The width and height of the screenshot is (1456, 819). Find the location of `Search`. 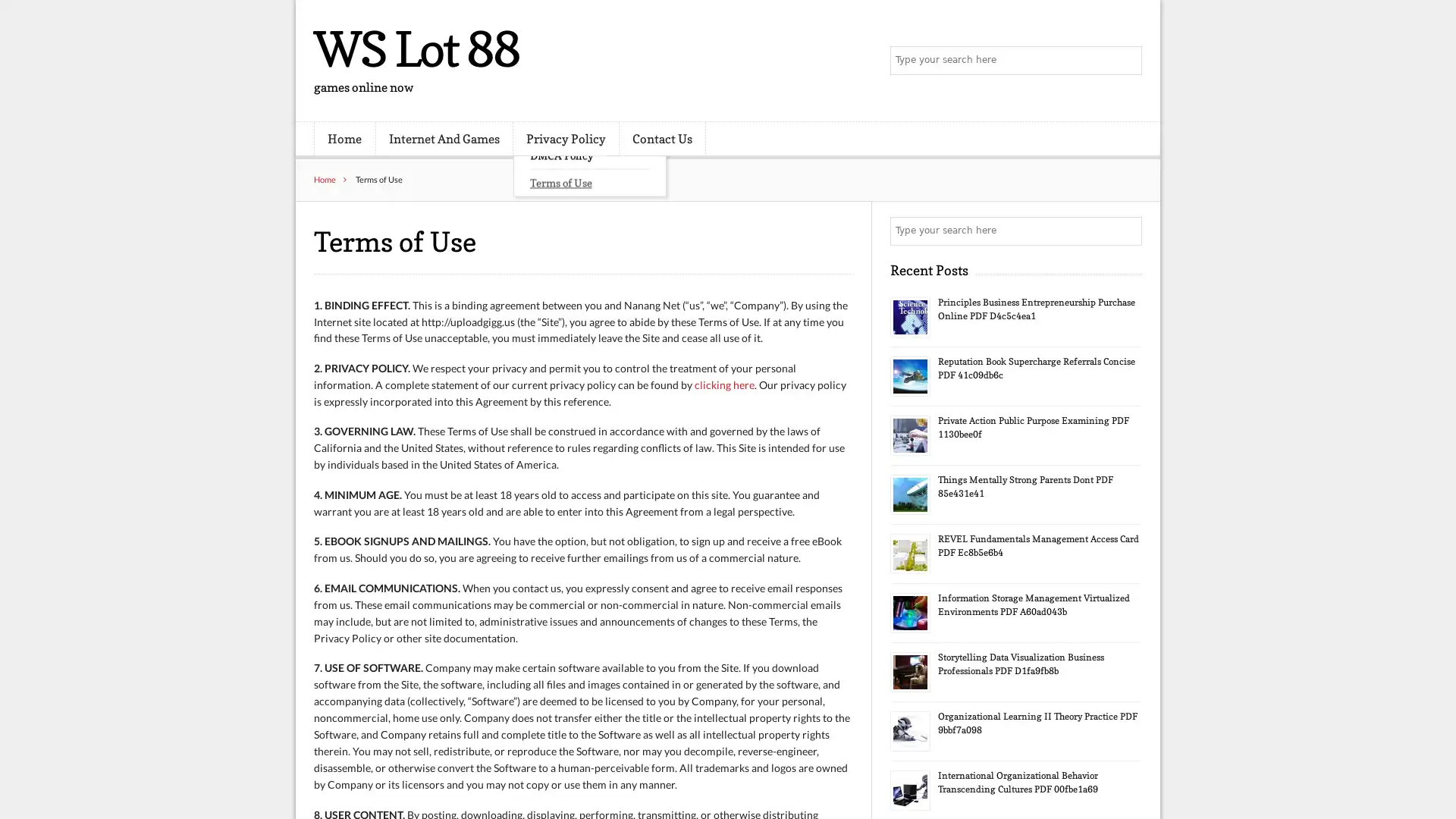

Search is located at coordinates (1126, 231).